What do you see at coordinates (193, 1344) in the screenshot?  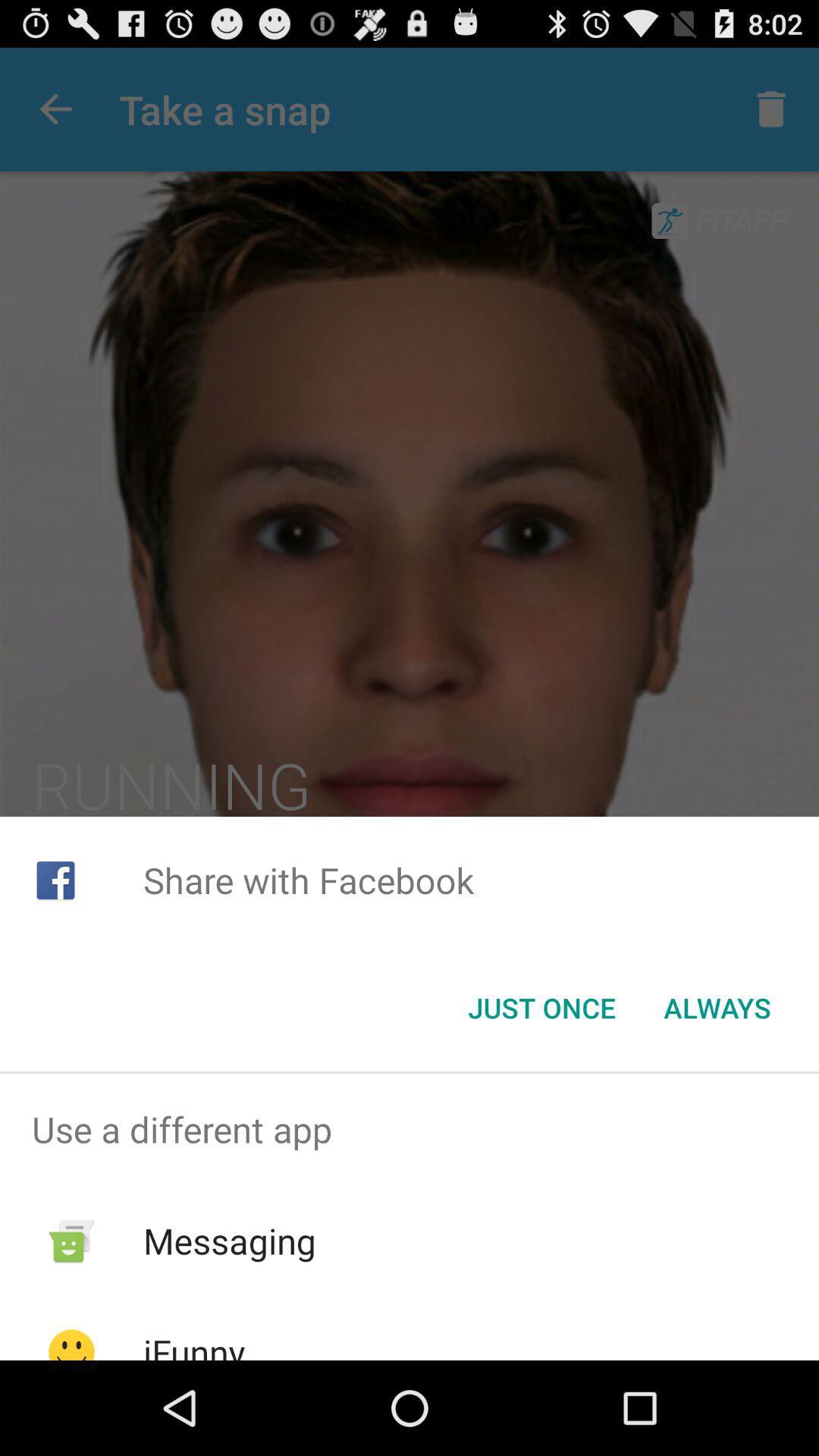 I see `the icon below the messaging item` at bounding box center [193, 1344].